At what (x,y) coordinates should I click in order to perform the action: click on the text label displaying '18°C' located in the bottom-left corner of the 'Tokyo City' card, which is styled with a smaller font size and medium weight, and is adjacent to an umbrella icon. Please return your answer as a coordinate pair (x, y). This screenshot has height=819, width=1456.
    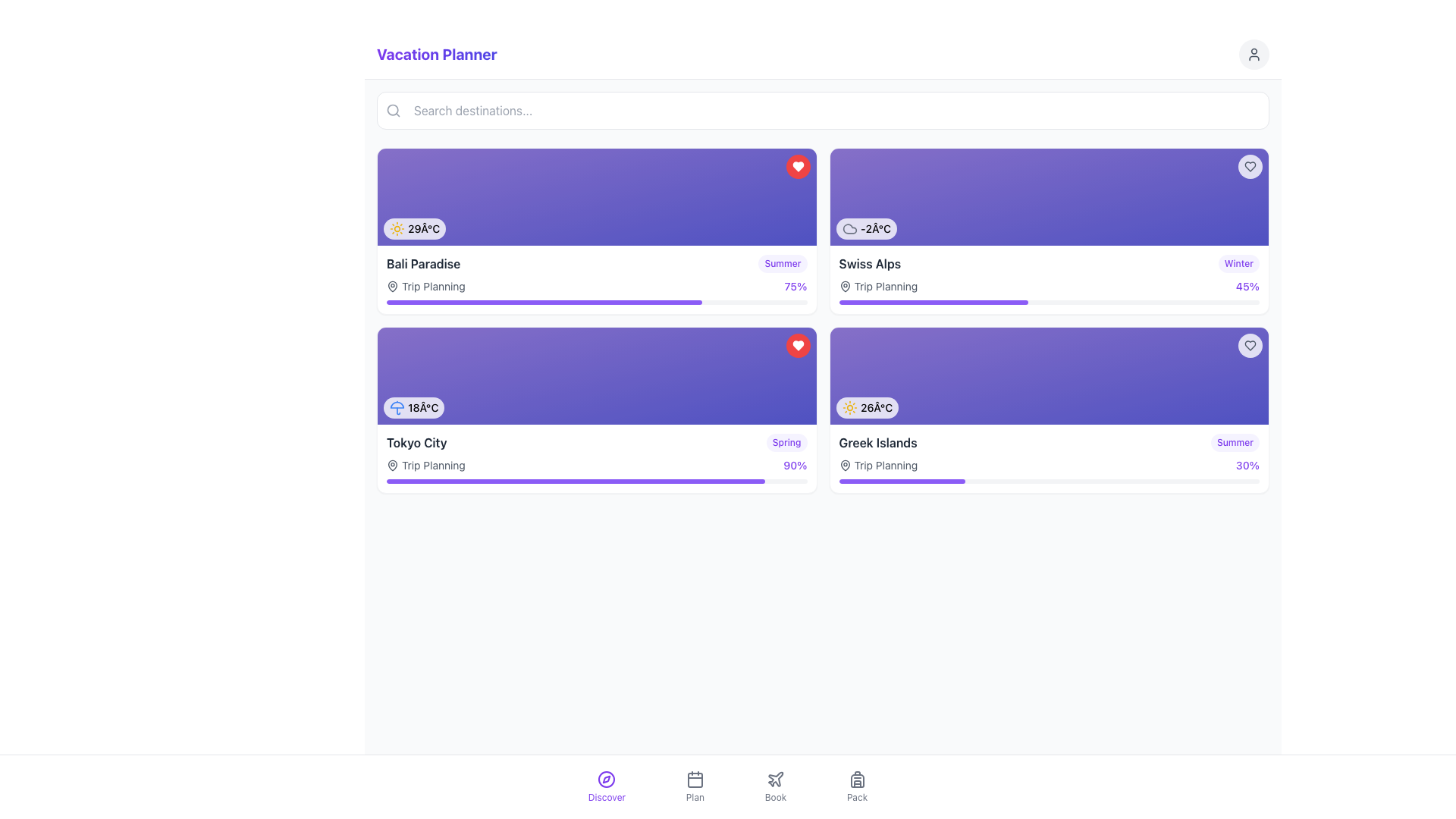
    Looking at the image, I should click on (423, 406).